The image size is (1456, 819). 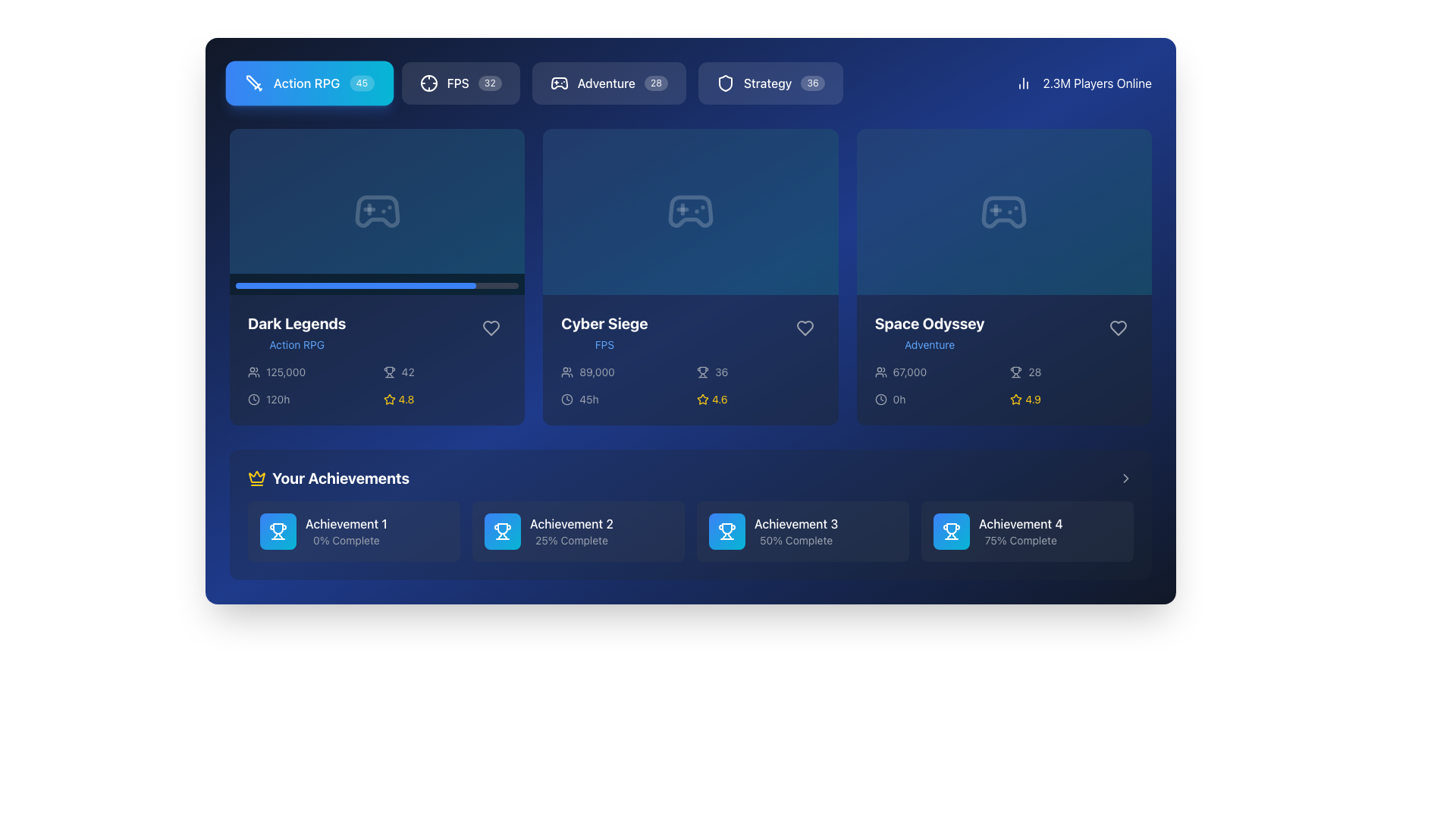 What do you see at coordinates (1118, 327) in the screenshot?
I see `the heart icon representing the 'favorite' feature located at the bottom-right corner of the 'Space Odyssey' game card` at bounding box center [1118, 327].